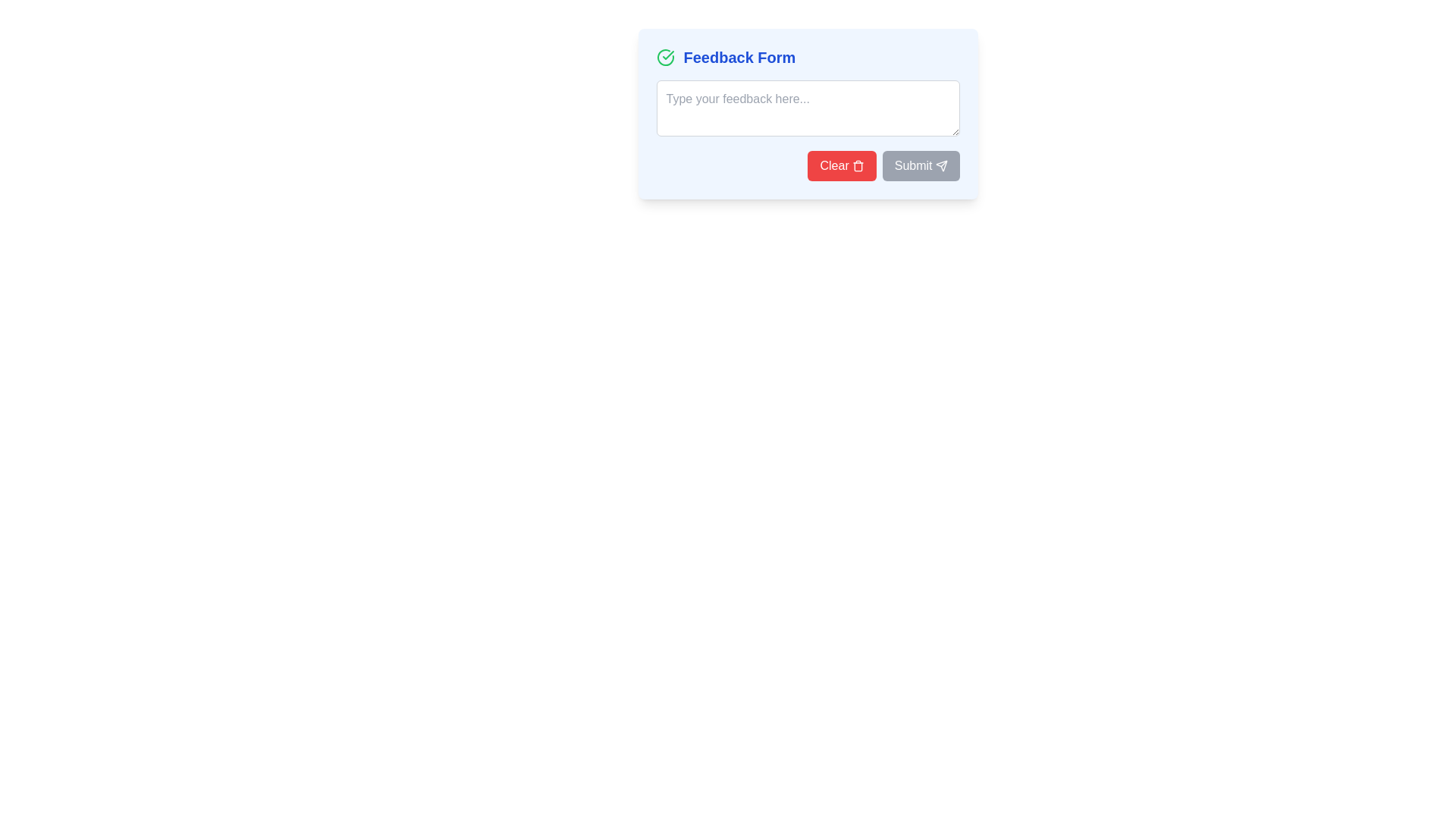 The width and height of the screenshot is (1456, 819). What do you see at coordinates (920, 166) in the screenshot?
I see `the 'Submit' button, which is a rectangular button with rounded corners, styled in light gray with white text and a small 'send' icon, located at the bottom-right corner of the form's input area` at bounding box center [920, 166].